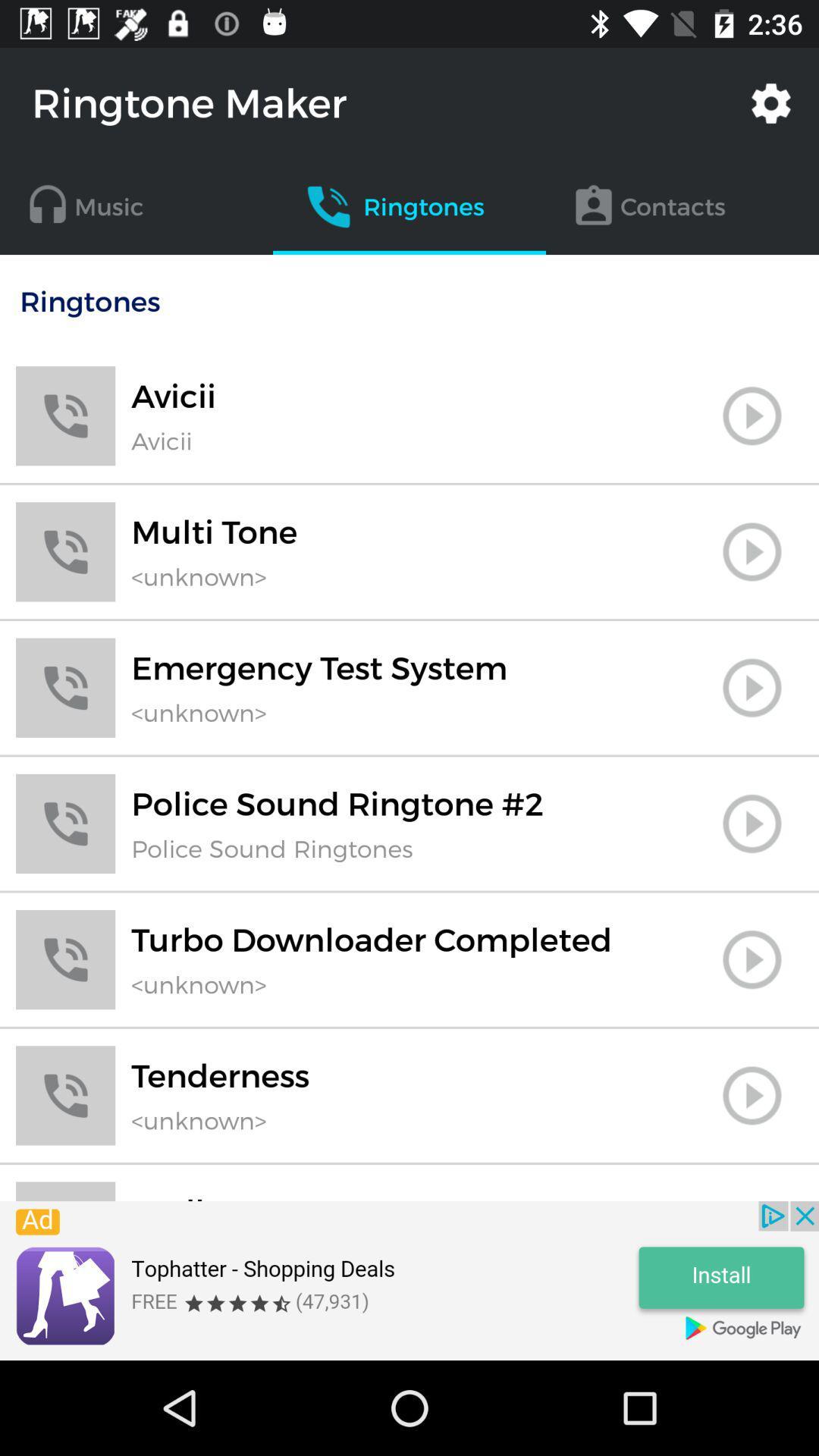 This screenshot has height=1456, width=819. Describe the element at coordinates (752, 416) in the screenshot. I see `menu open button` at that location.